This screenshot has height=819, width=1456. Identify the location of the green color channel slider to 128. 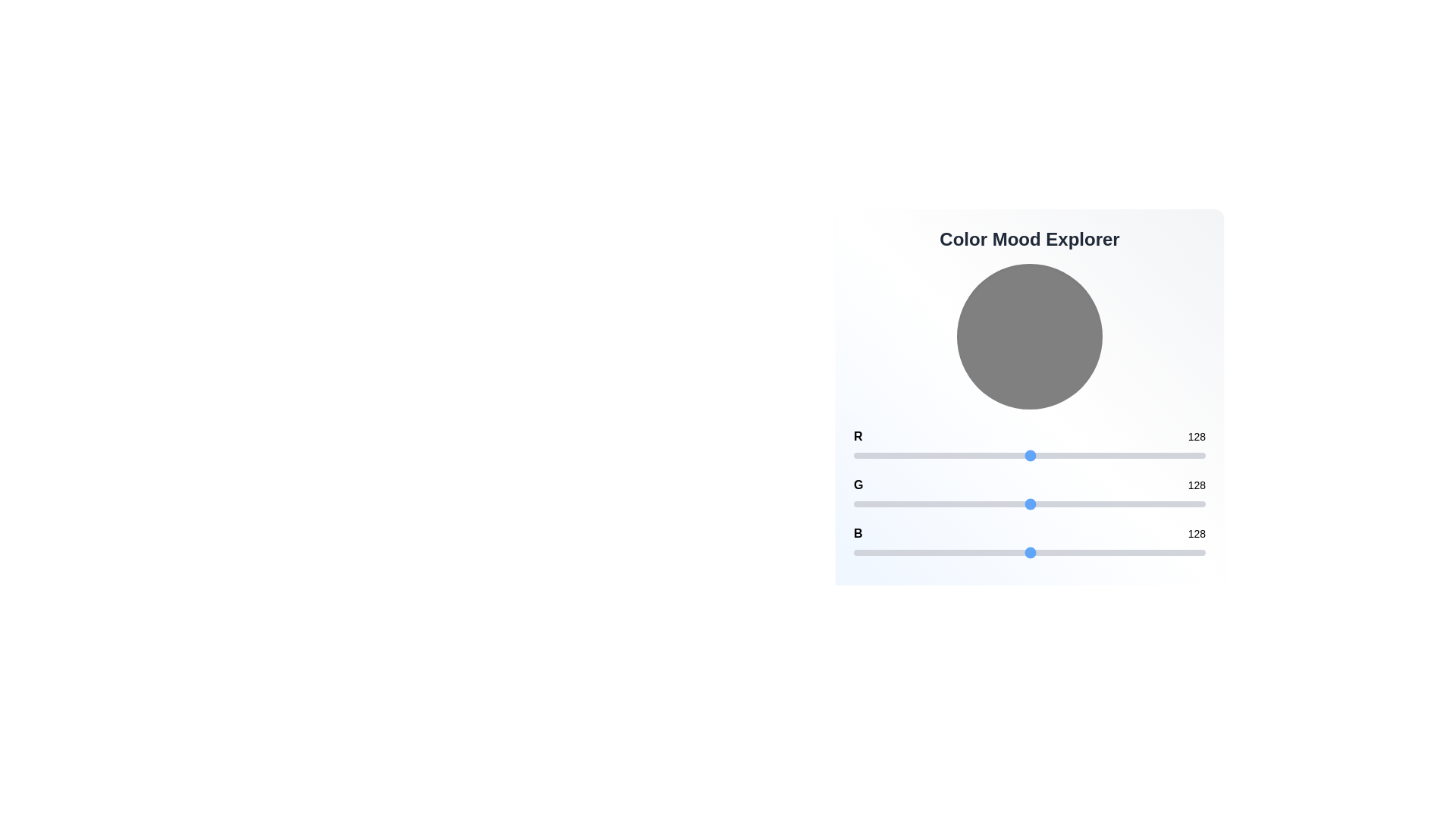
(1030, 504).